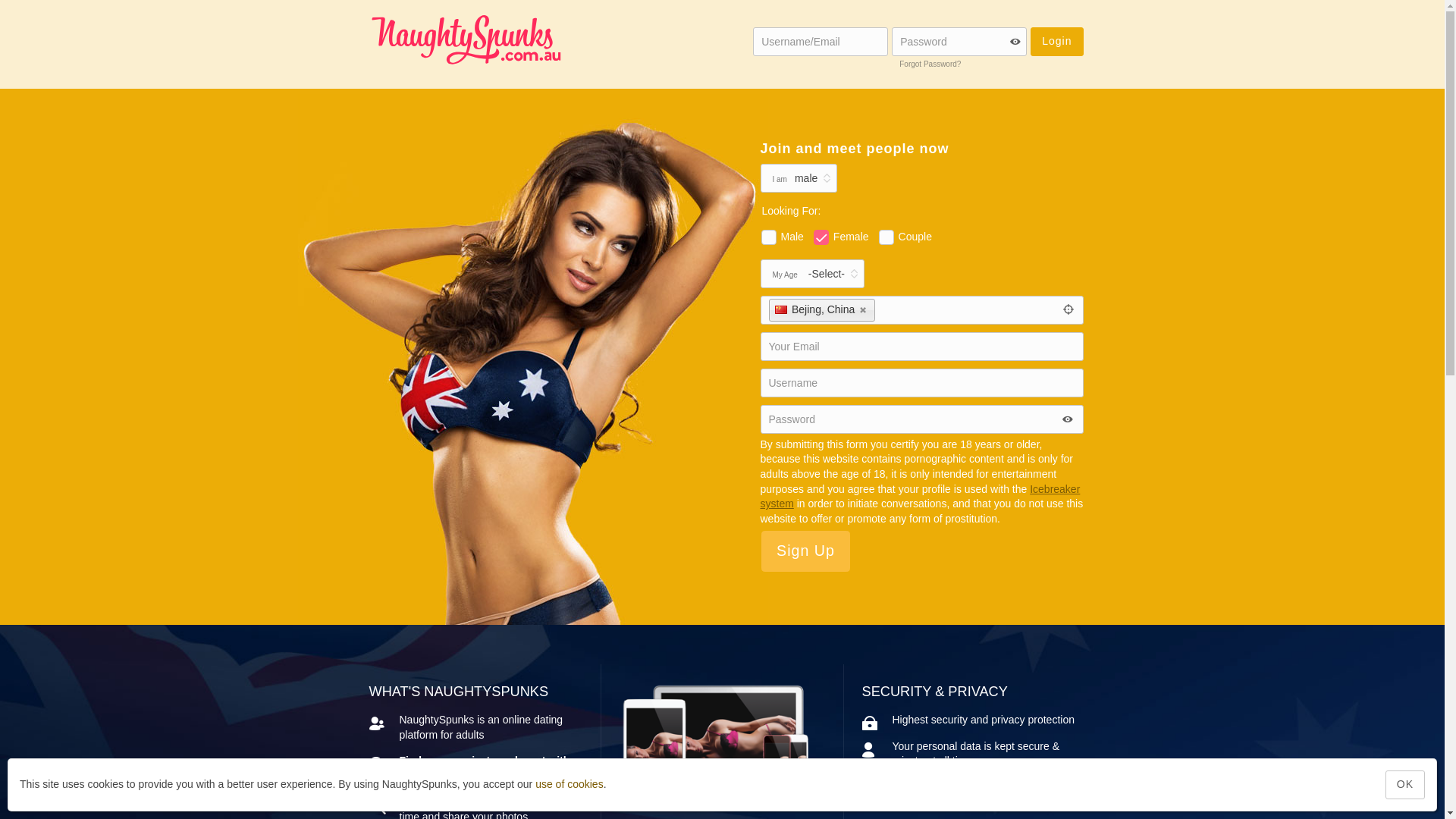 This screenshot has height=819, width=1456. I want to click on 'use of cookies', so click(568, 783).